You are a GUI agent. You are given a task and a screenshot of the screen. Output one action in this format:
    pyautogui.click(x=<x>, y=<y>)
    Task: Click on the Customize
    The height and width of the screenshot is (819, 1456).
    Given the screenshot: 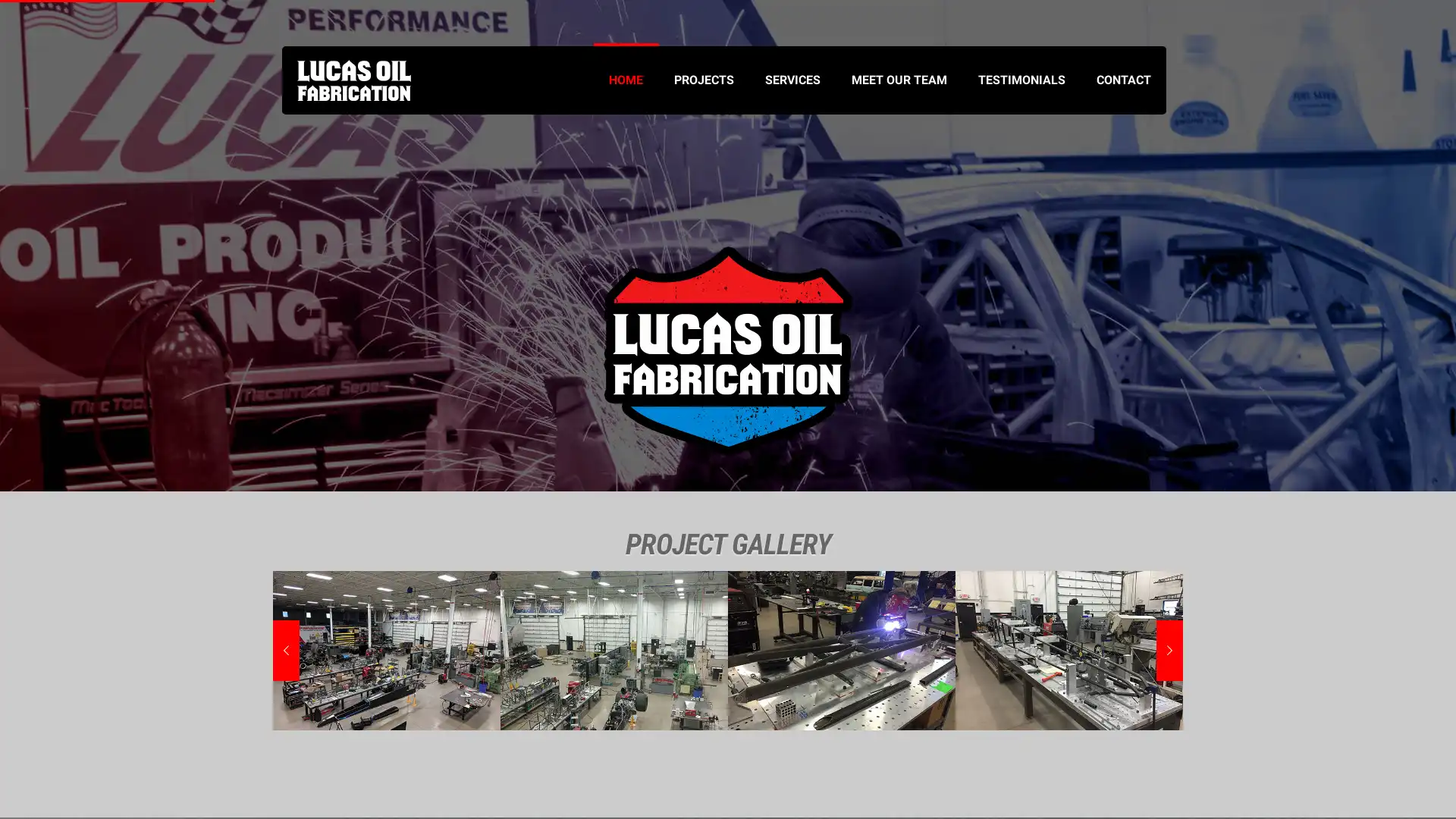 What is the action you would take?
    pyautogui.click(x=98, y=755)
    